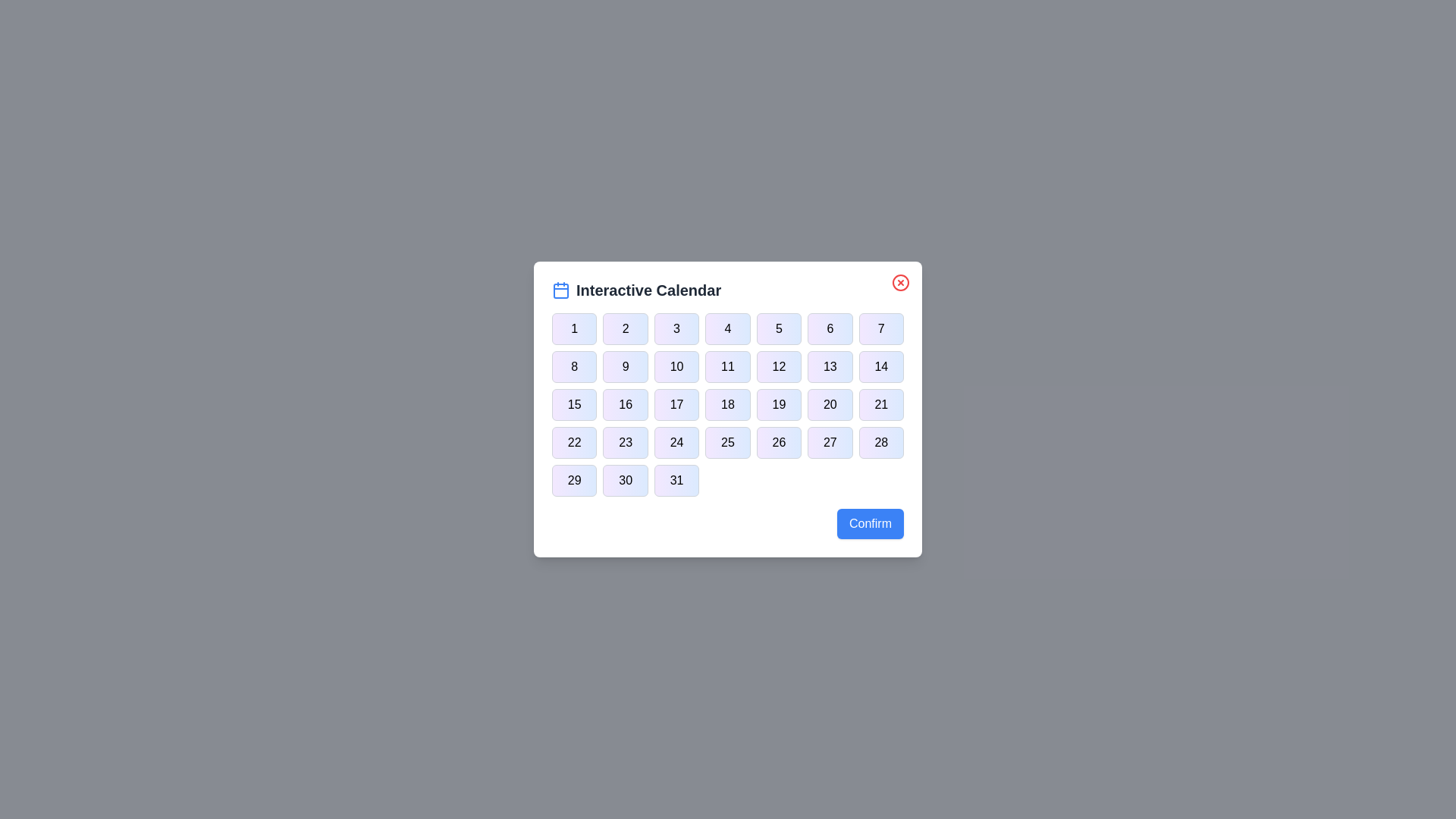  I want to click on the button corresponding to day 24 in the calendar, so click(676, 442).